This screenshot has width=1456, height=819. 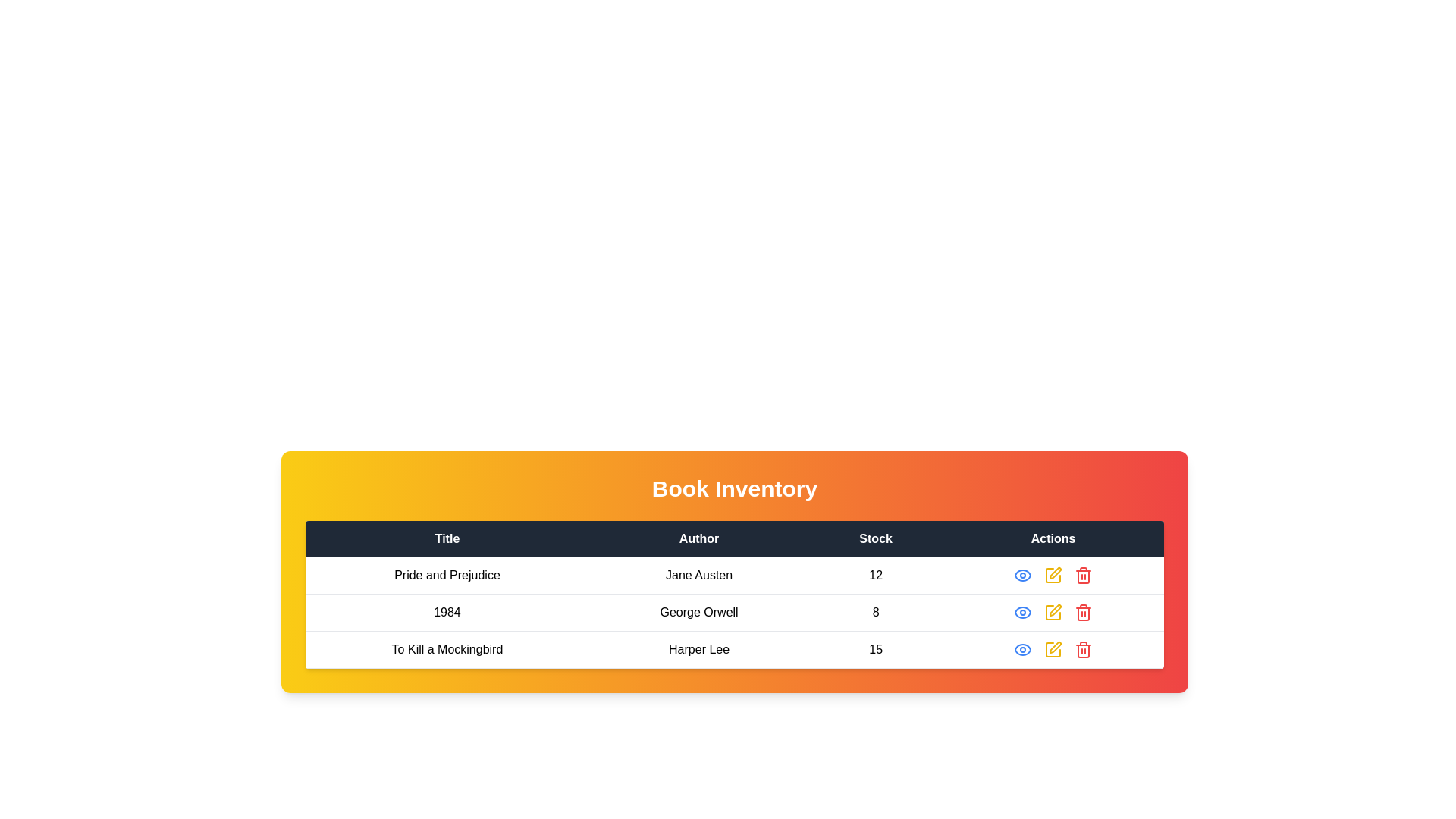 I want to click on the text label displaying the number '8' under the 'Stock' column in the table for the book '1984' by George Orwell, so click(x=876, y=611).